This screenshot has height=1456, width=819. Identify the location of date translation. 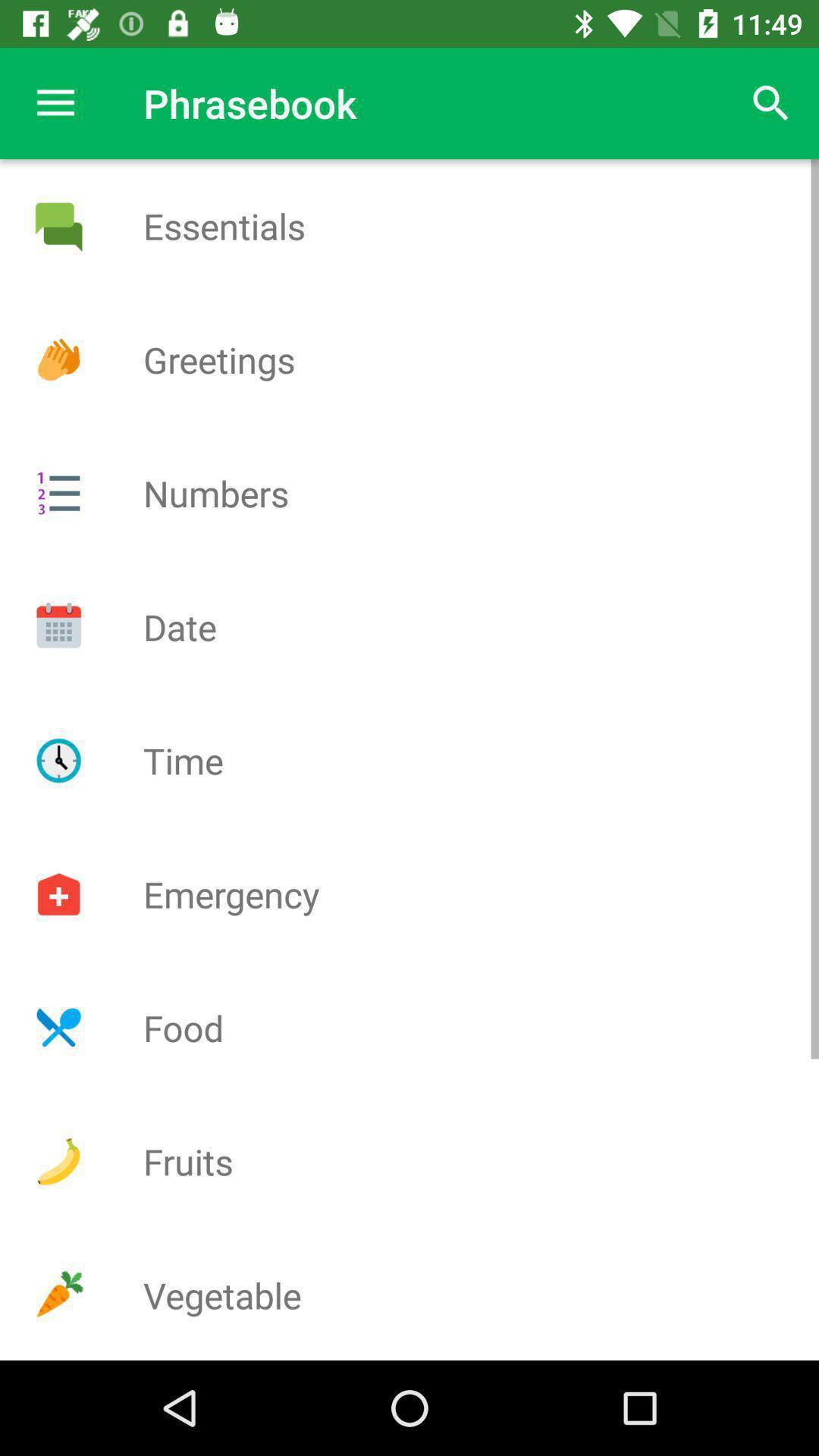
(58, 626).